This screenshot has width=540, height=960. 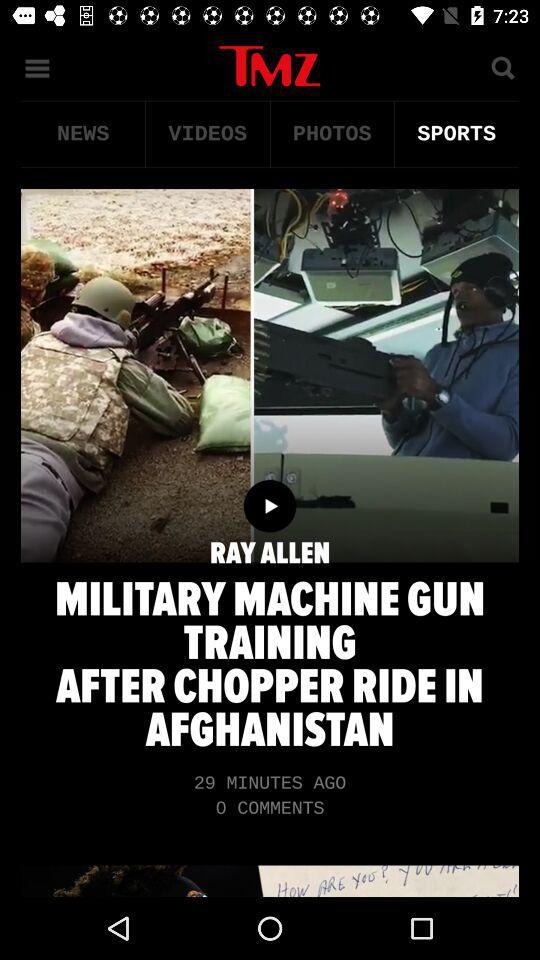 What do you see at coordinates (206, 133) in the screenshot?
I see `icon to the right of the news item` at bounding box center [206, 133].